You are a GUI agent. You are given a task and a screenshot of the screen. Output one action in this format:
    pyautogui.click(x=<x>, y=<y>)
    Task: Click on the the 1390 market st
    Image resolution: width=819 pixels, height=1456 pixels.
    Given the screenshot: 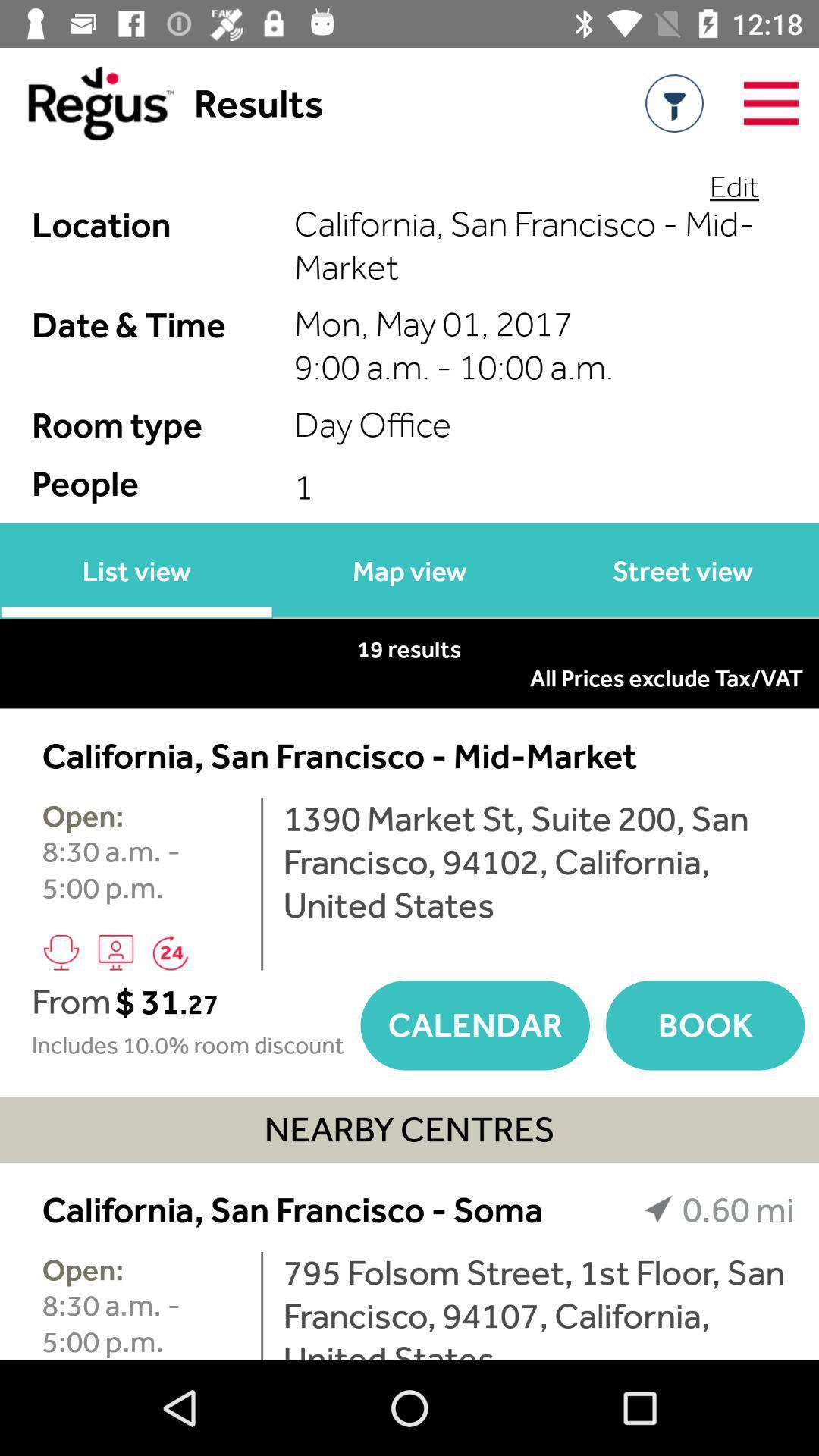 What is the action you would take?
    pyautogui.click(x=538, y=861)
    